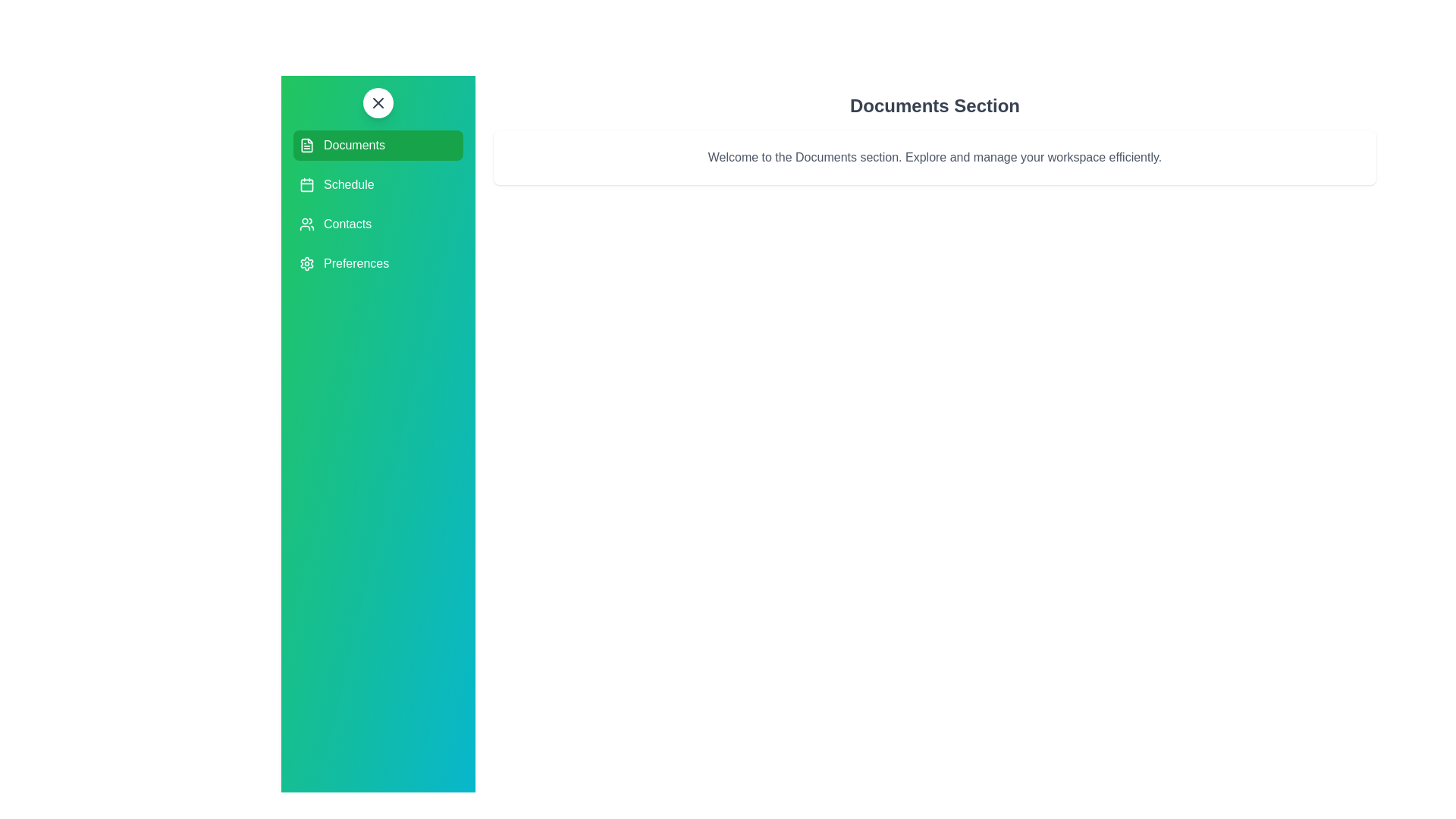  I want to click on the Documents section to select it, so click(378, 146).